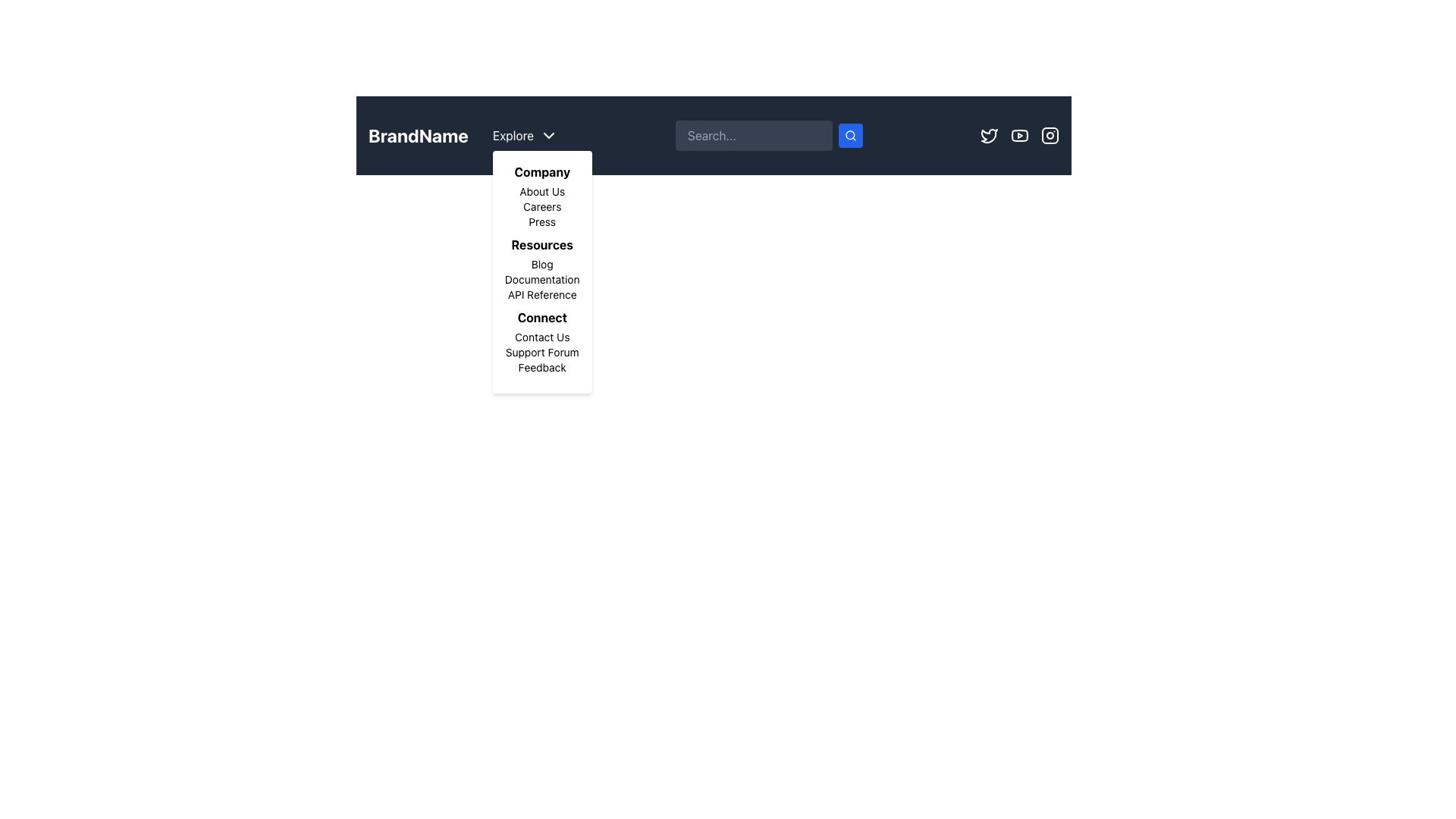 The width and height of the screenshot is (1456, 819). I want to click on the 'Careers' text link, which is the second item in the 'Company' sub-menu, to trigger the underline styling, so click(542, 207).